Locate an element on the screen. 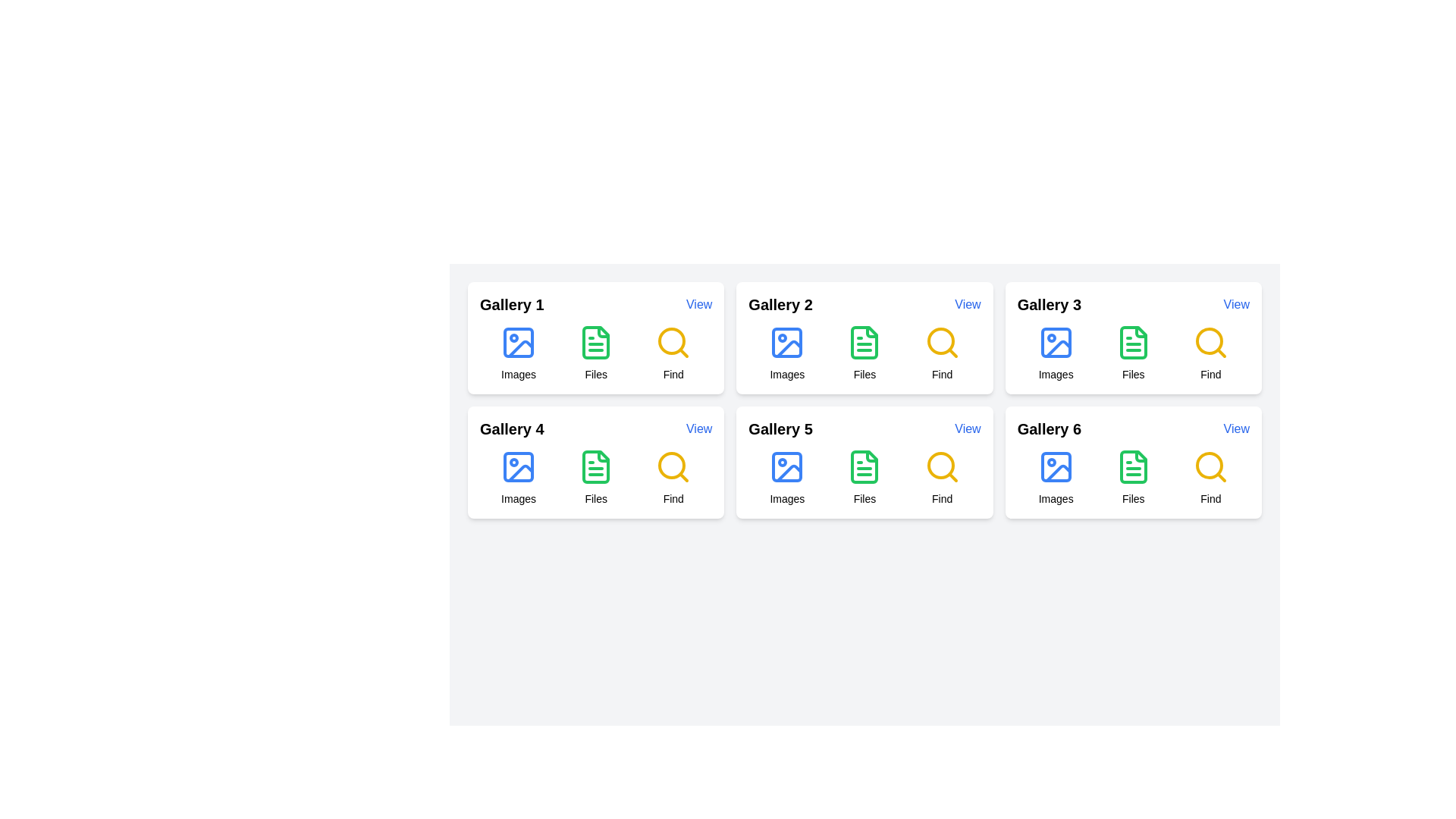 This screenshot has height=819, width=1456. the text label displaying 'Gallery 5', which is styled in a bold font and serves as a header in the bottom-left cell of a 3x2 grid layout is located at coordinates (780, 429).